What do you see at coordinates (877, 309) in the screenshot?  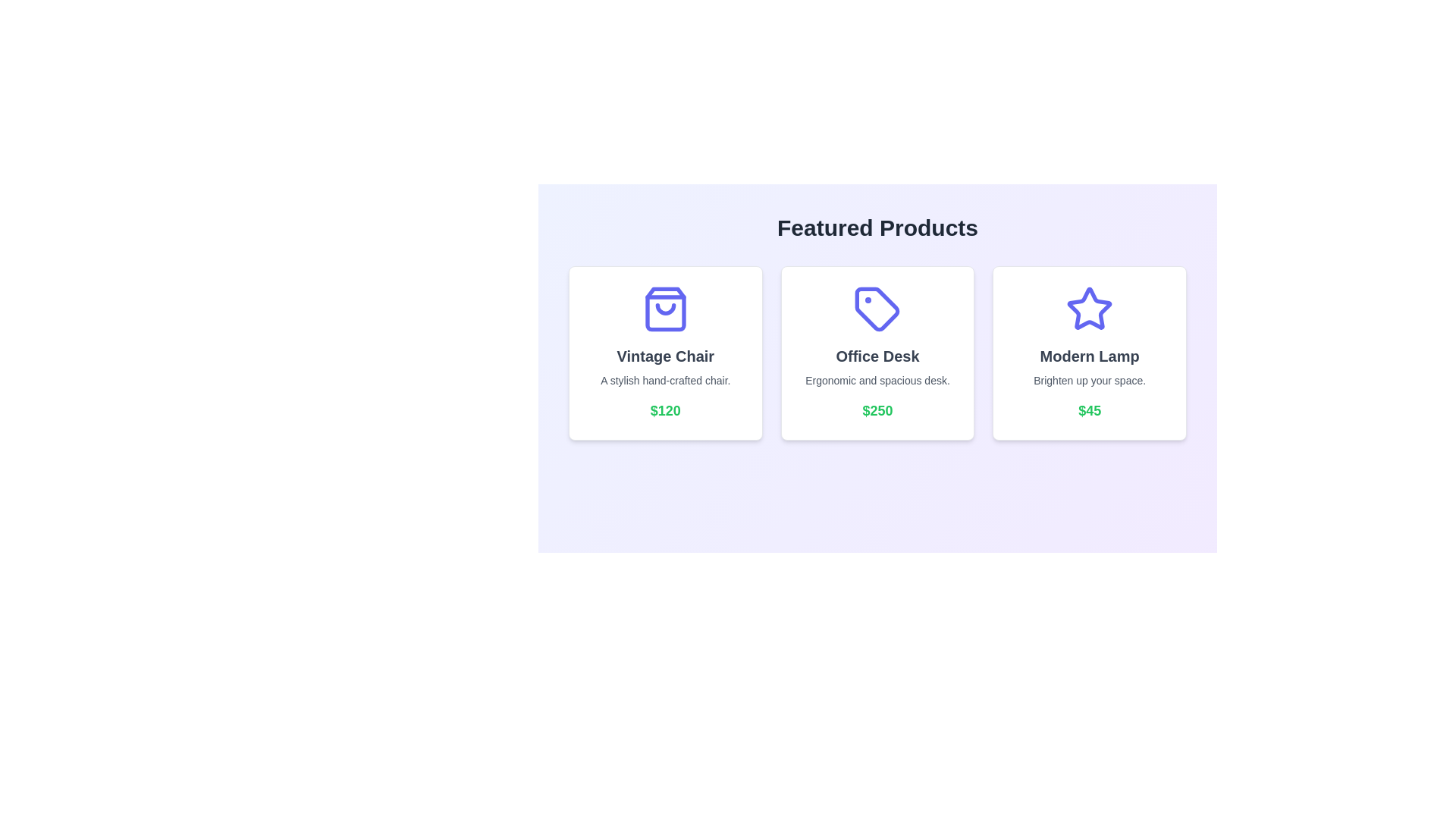 I see `the stylized tag icon in bold indigo blue color, located at the top part of the second card labeled 'Office Desk.'` at bounding box center [877, 309].